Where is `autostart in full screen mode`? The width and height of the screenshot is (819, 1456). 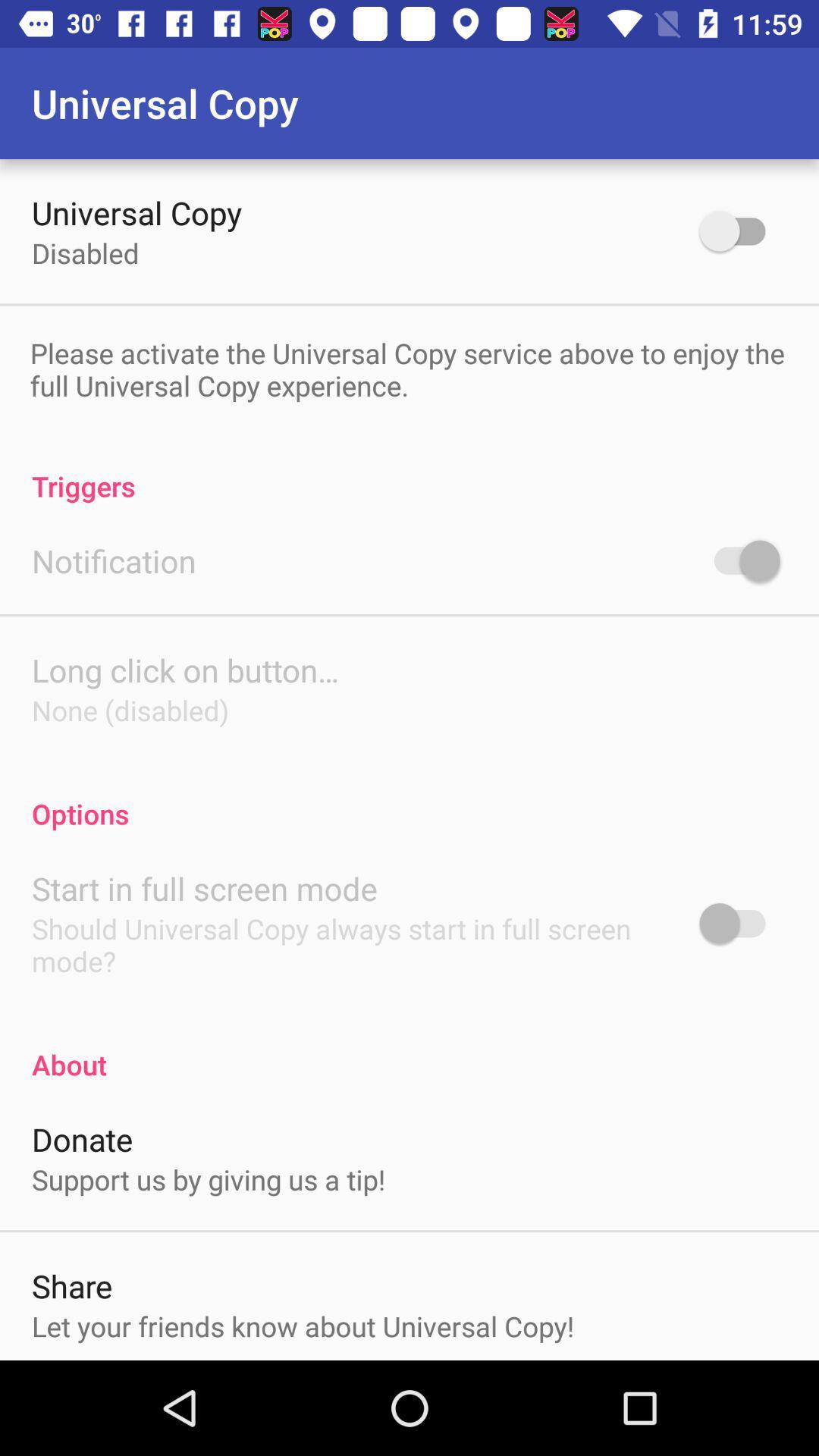
autostart in full screen mode is located at coordinates (739, 922).